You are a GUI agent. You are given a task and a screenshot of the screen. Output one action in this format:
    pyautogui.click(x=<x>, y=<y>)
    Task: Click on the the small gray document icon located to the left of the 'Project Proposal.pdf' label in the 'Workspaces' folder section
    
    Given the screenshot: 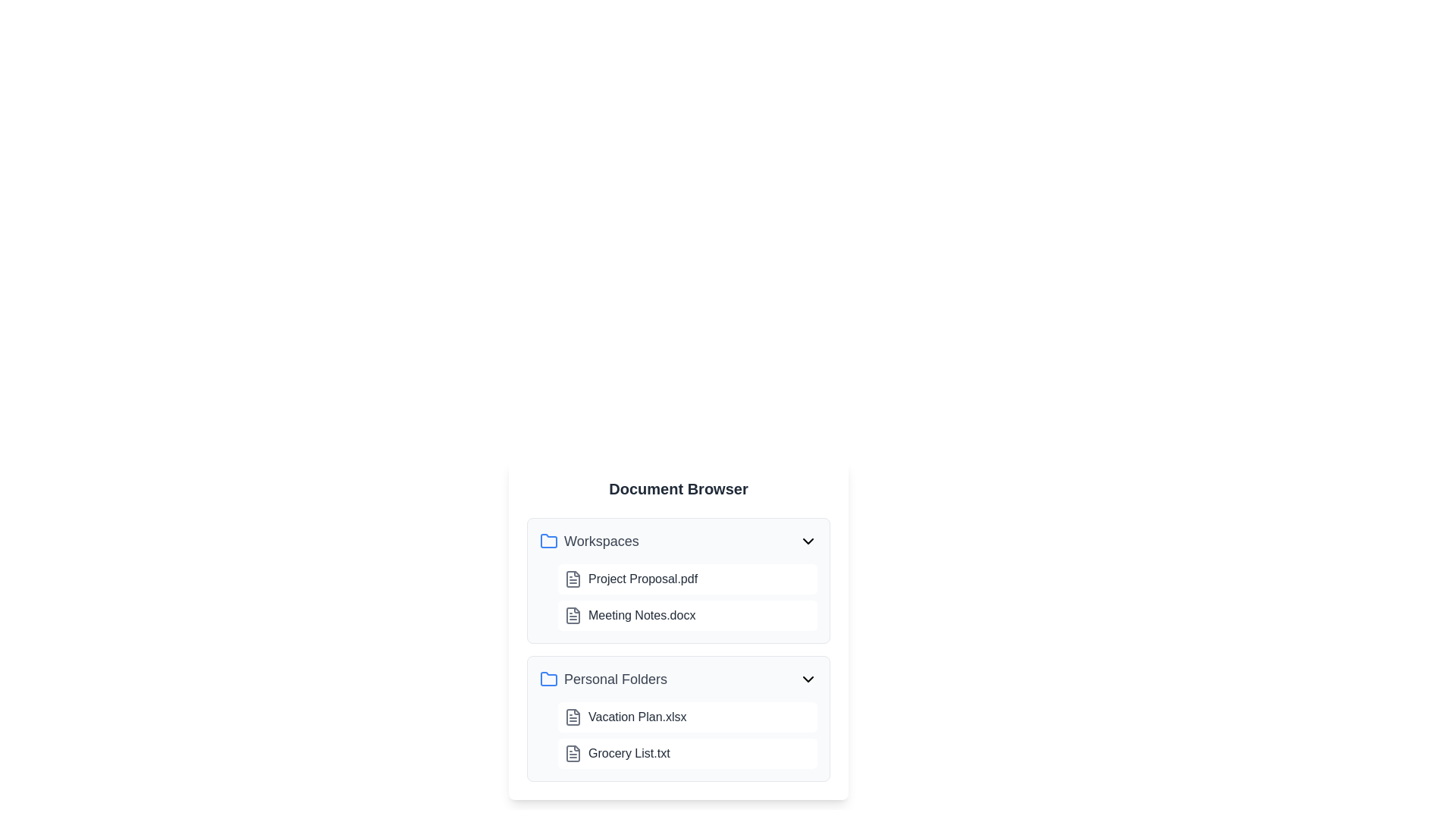 What is the action you would take?
    pyautogui.click(x=572, y=579)
    